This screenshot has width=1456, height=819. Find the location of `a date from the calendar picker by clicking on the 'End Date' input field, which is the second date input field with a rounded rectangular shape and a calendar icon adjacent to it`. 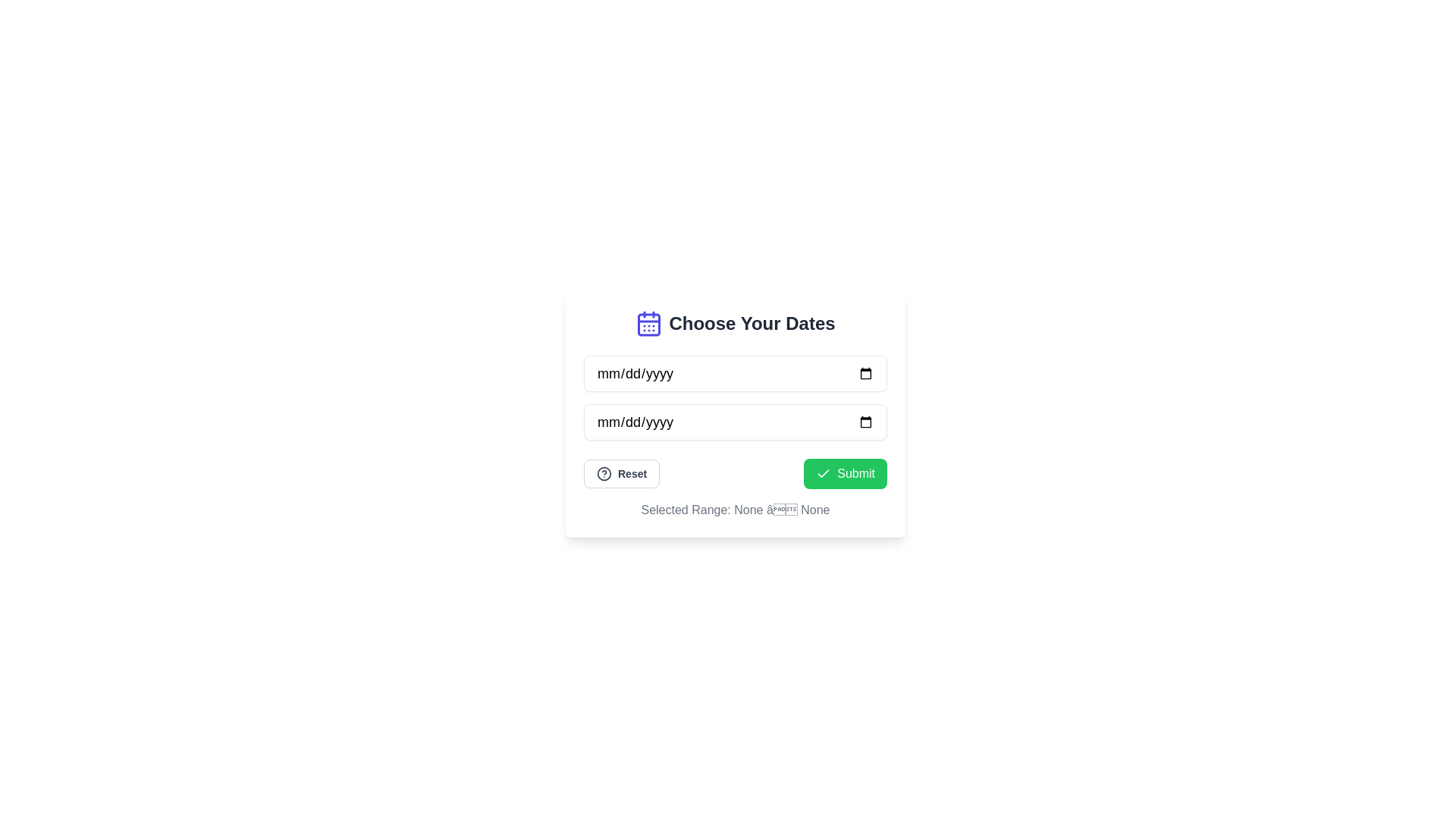

a date from the calendar picker by clicking on the 'End Date' input field, which is the second date input field with a rounded rectangular shape and a calendar icon adjacent to it is located at coordinates (735, 422).